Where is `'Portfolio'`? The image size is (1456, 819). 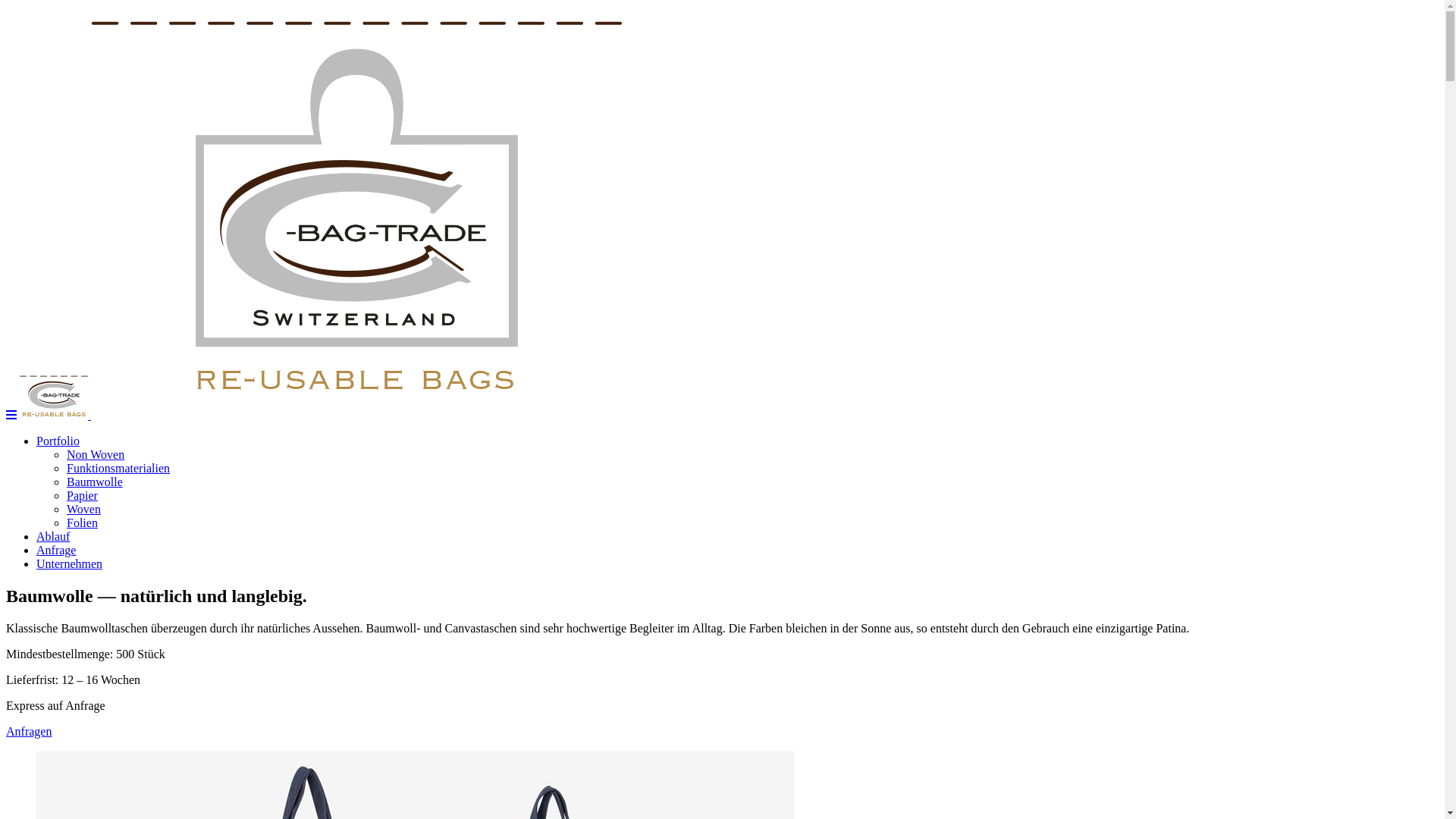
'Portfolio' is located at coordinates (58, 441).